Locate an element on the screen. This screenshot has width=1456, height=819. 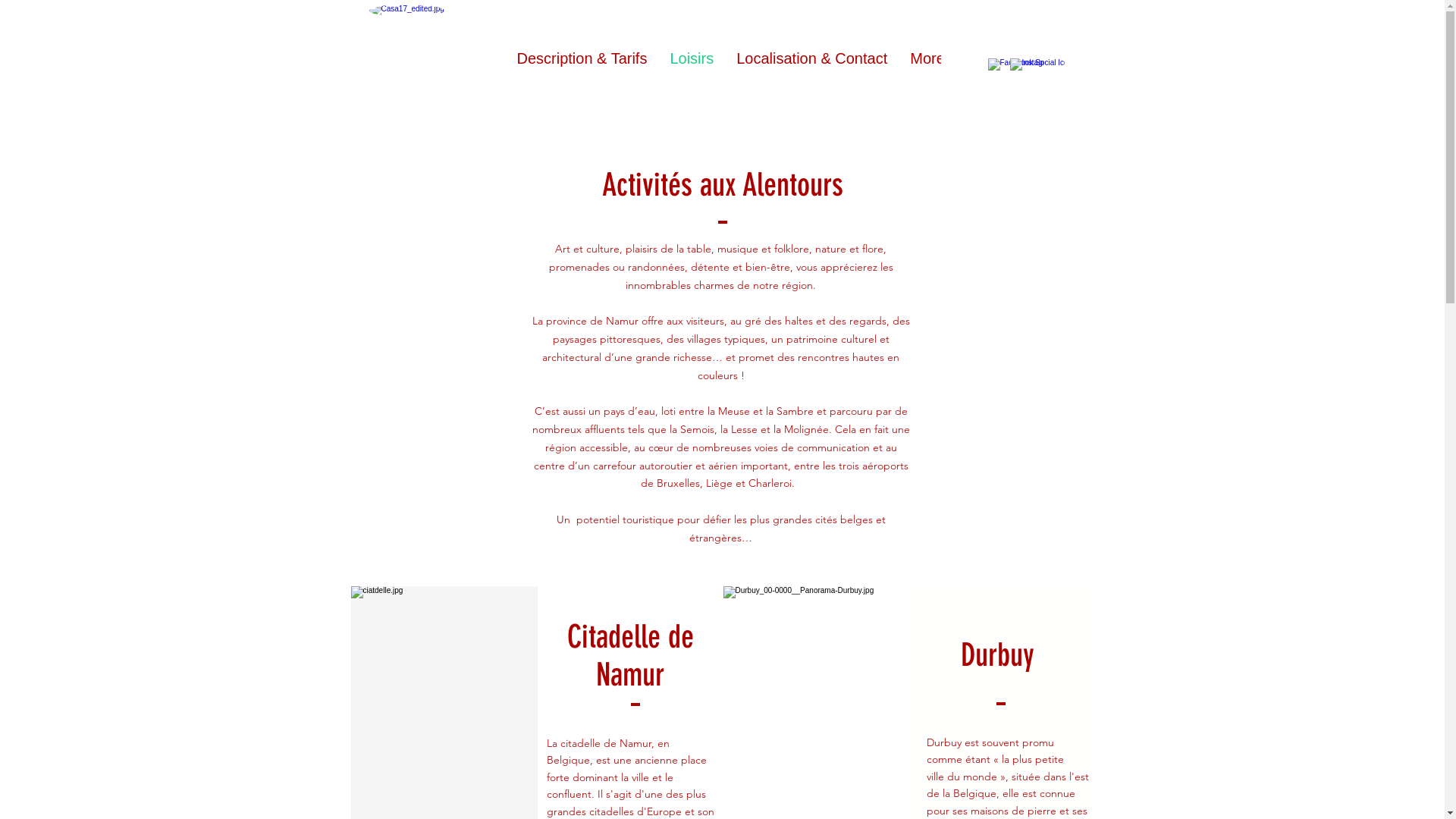
'Description & Tarifs' is located at coordinates (581, 66).